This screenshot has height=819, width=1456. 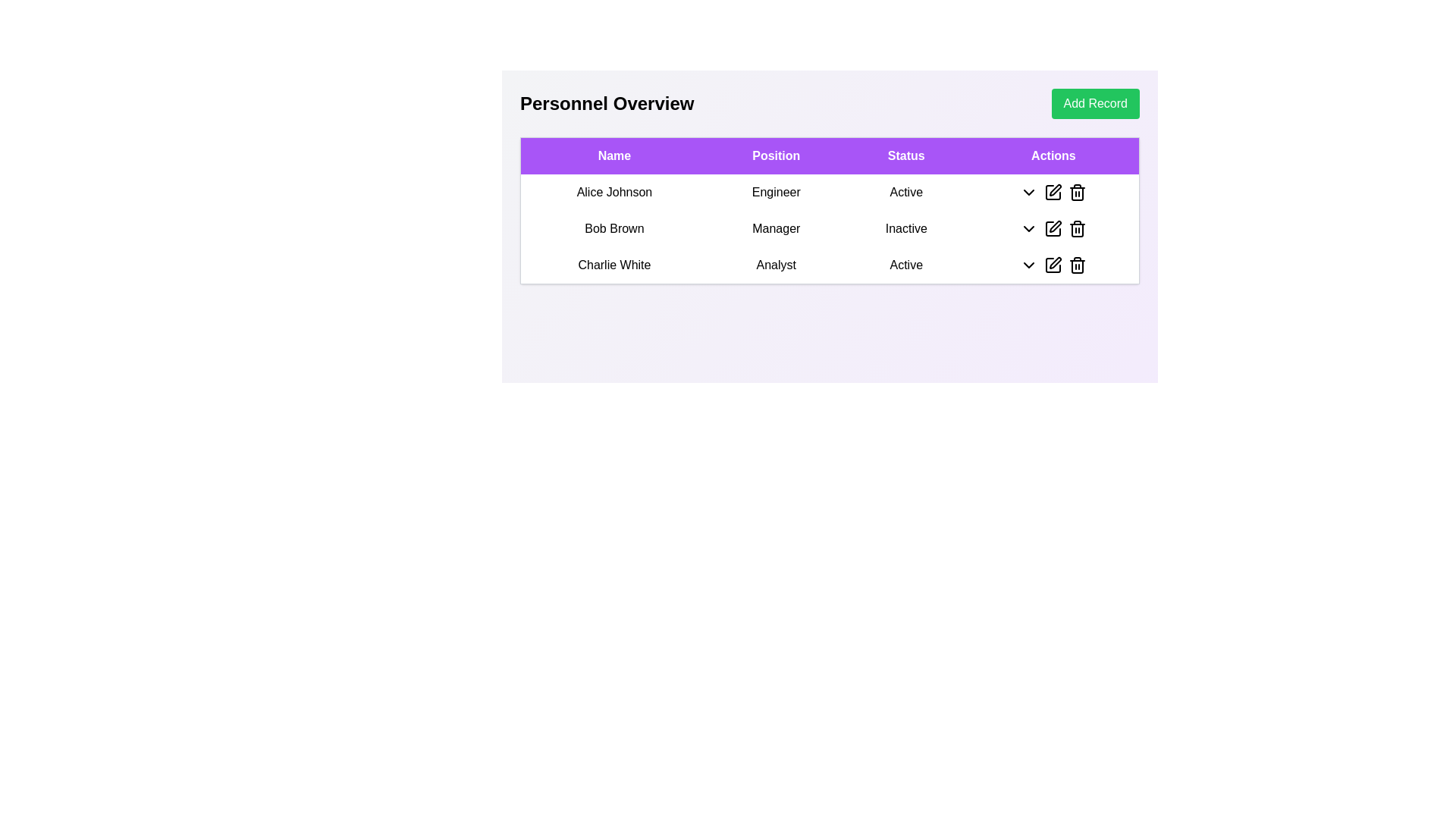 What do you see at coordinates (1077, 265) in the screenshot?
I see `the trash bin icon located in the bottom-right corner of the table under the 'Actions' column for the row labeled 'Charlie White'` at bounding box center [1077, 265].